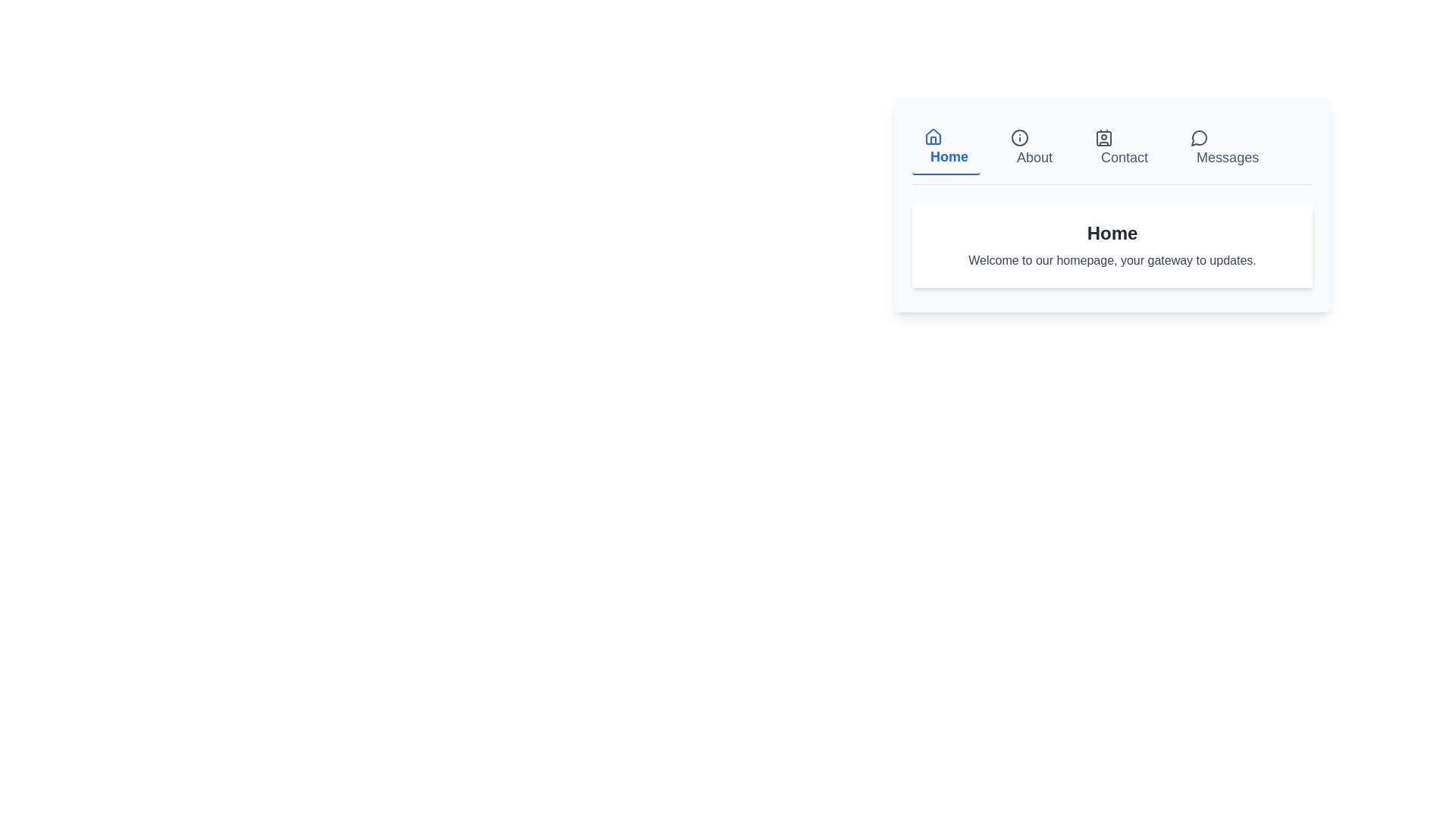  What do you see at coordinates (1031, 149) in the screenshot?
I see `the tab labeled About` at bounding box center [1031, 149].